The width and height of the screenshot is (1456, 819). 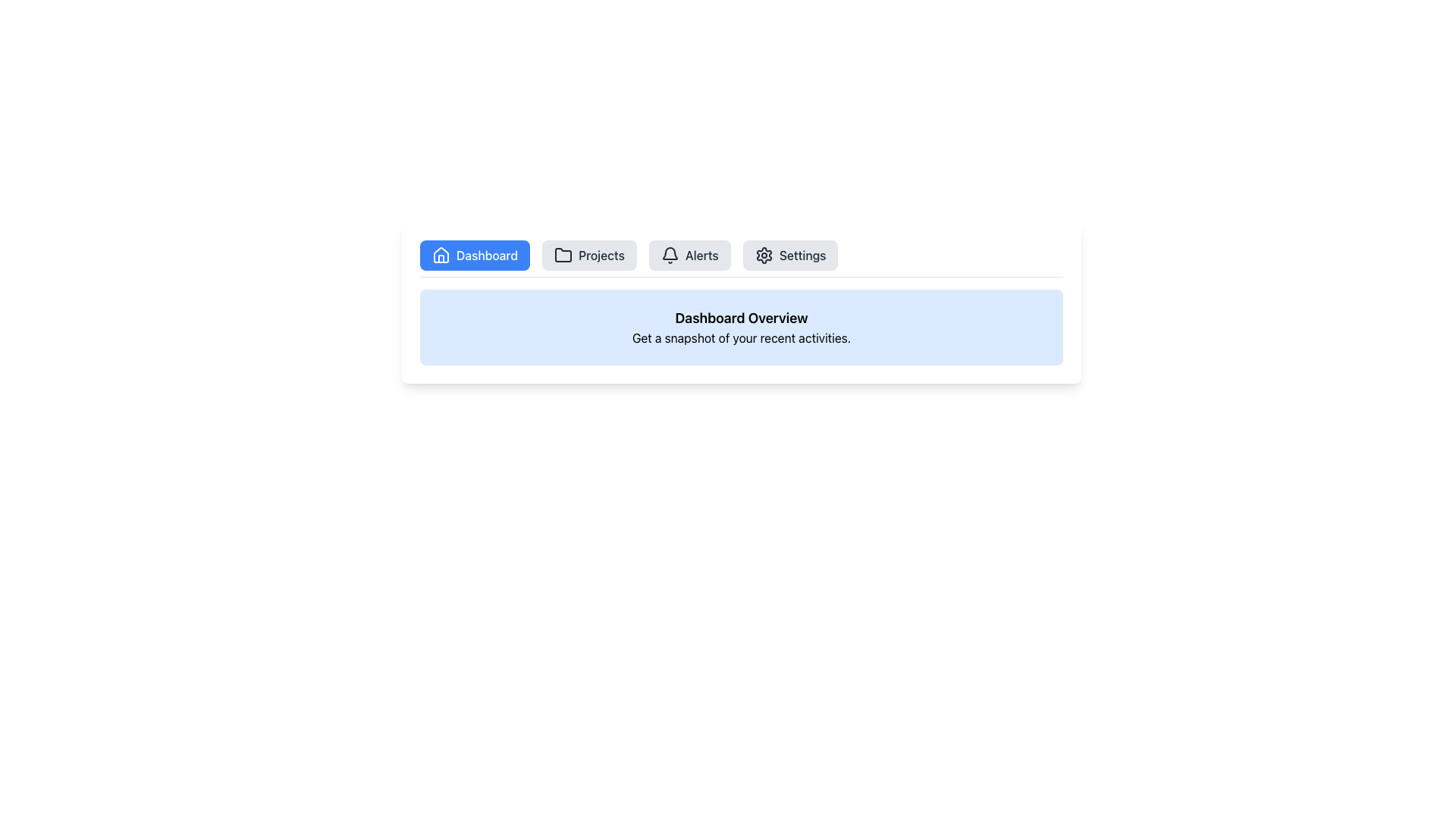 What do you see at coordinates (563, 254) in the screenshot?
I see `the folder icon located in the navigation bar, which is positioned directly to the right of the 'Dashboard' button` at bounding box center [563, 254].